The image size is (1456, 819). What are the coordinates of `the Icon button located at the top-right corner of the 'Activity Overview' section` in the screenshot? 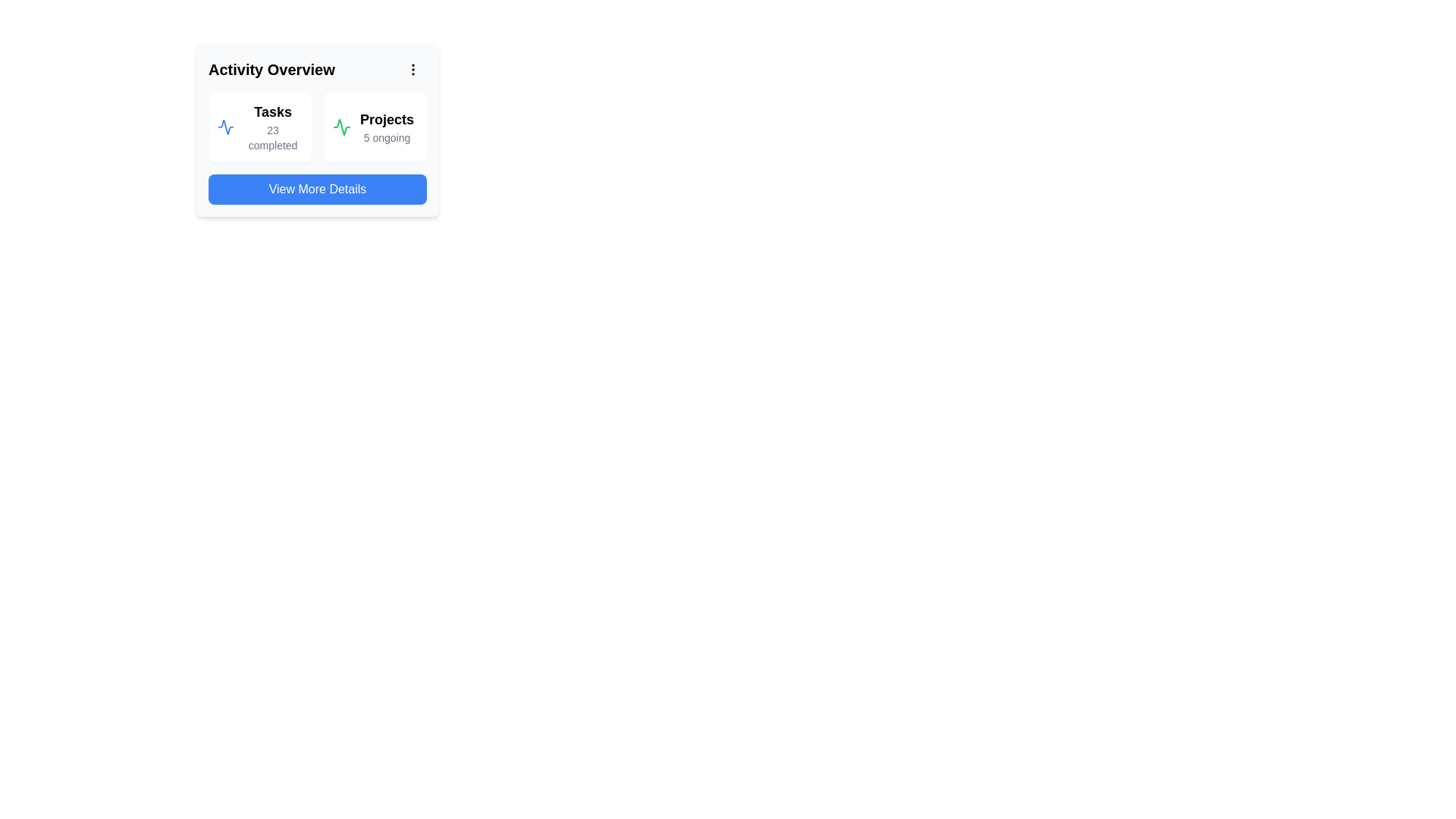 It's located at (413, 70).